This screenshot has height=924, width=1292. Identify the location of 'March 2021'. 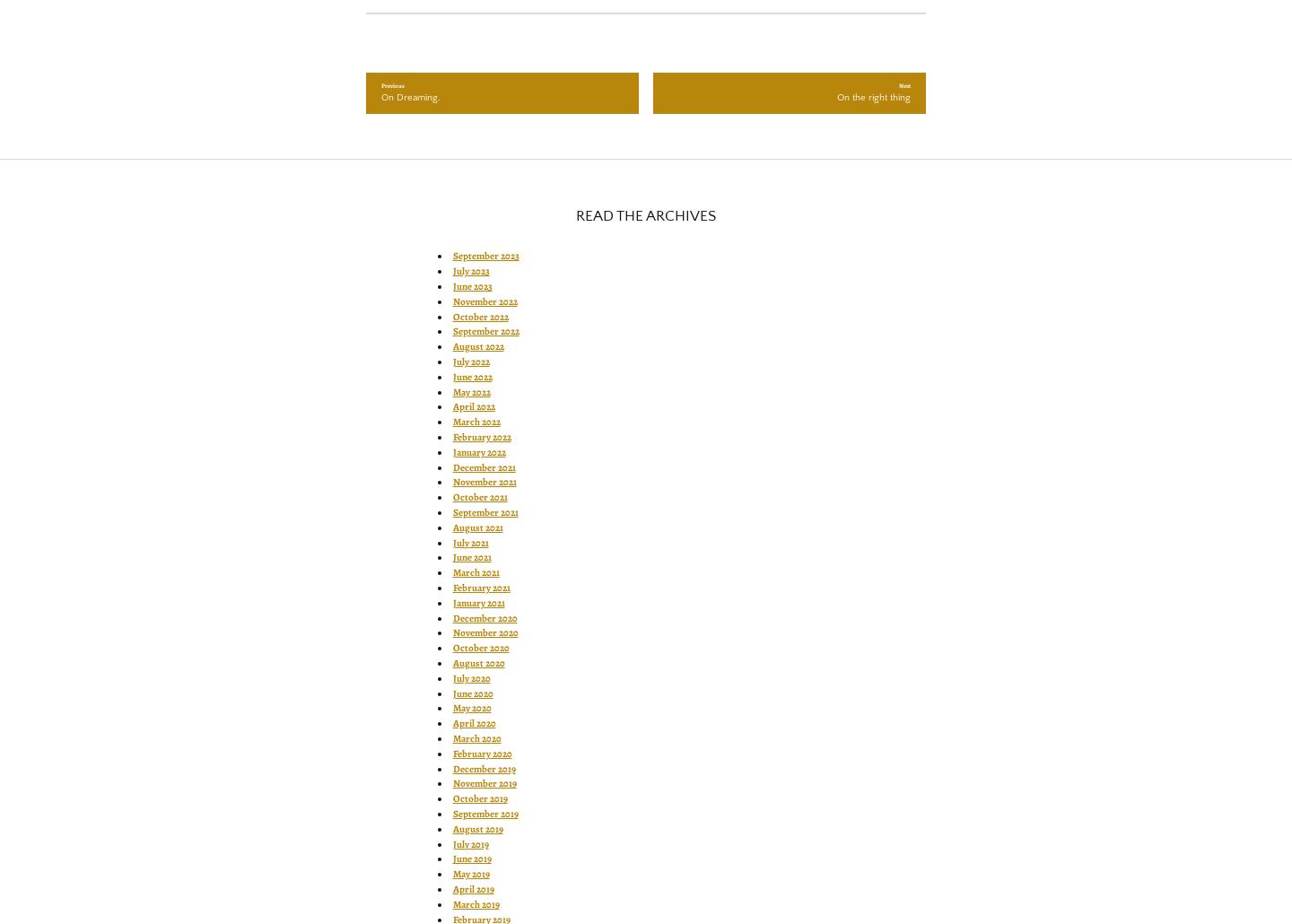
(475, 571).